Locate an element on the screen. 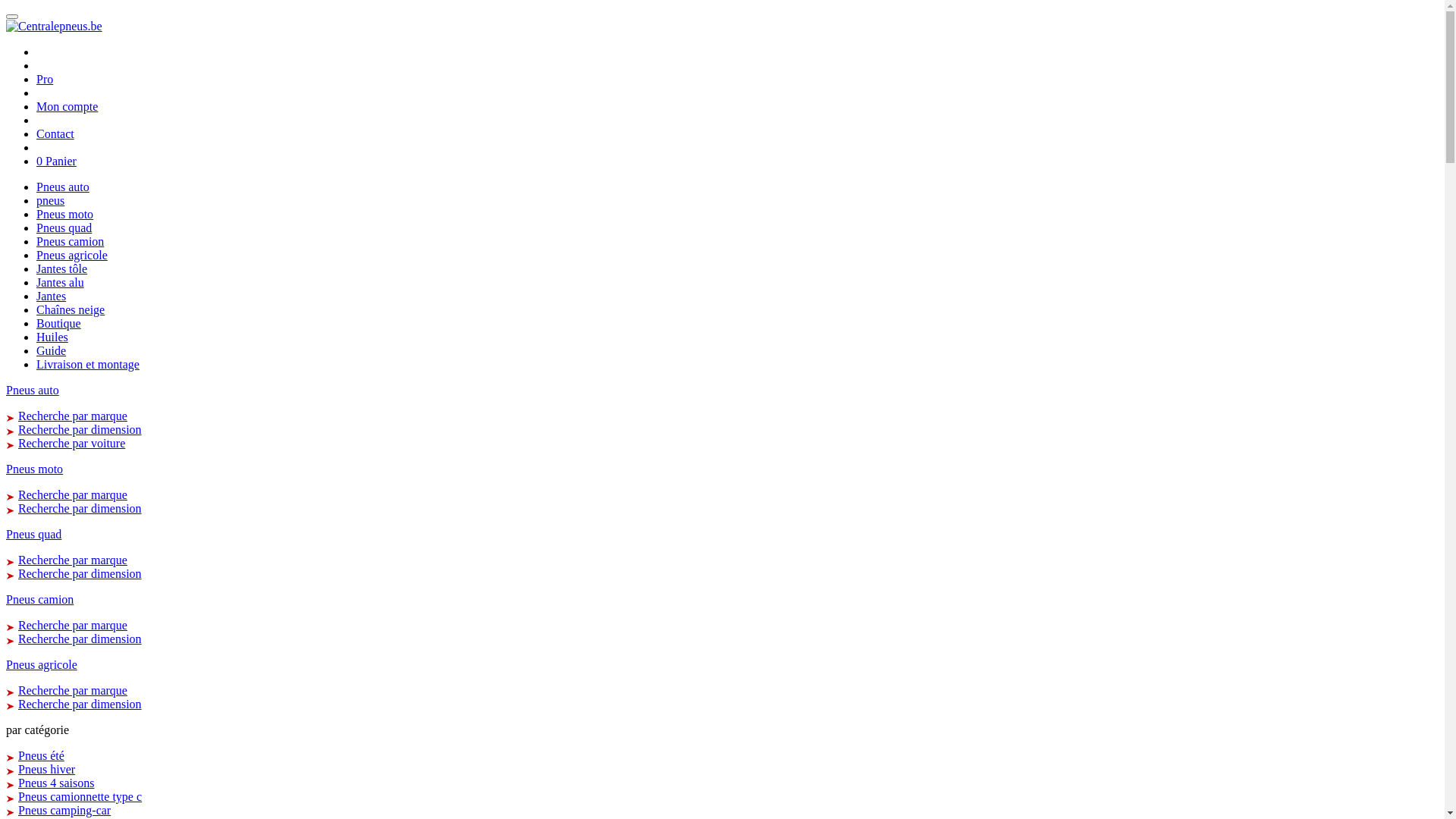 This screenshot has height=819, width=1456. 'Jantes alu' is located at coordinates (60, 282).